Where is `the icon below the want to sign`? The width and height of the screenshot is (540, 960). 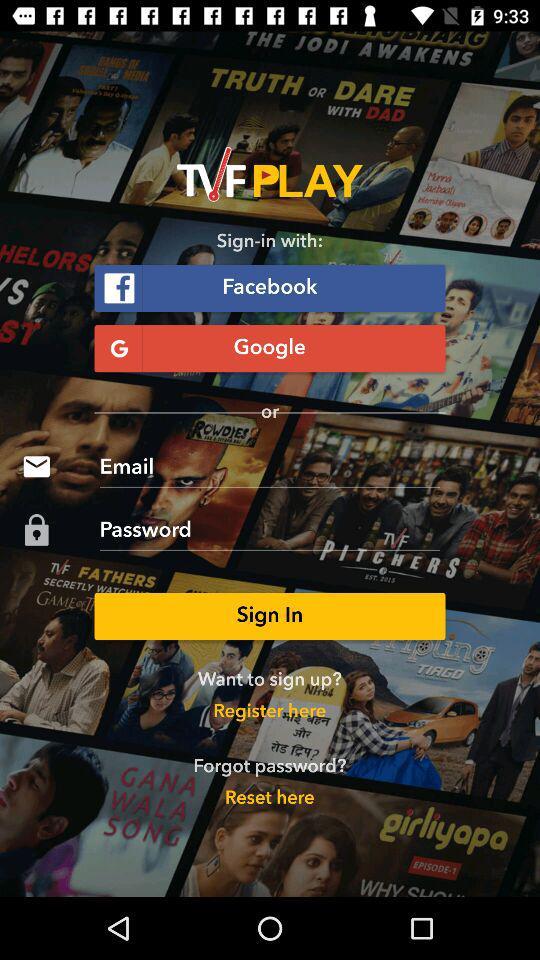
the icon below the want to sign is located at coordinates (269, 712).